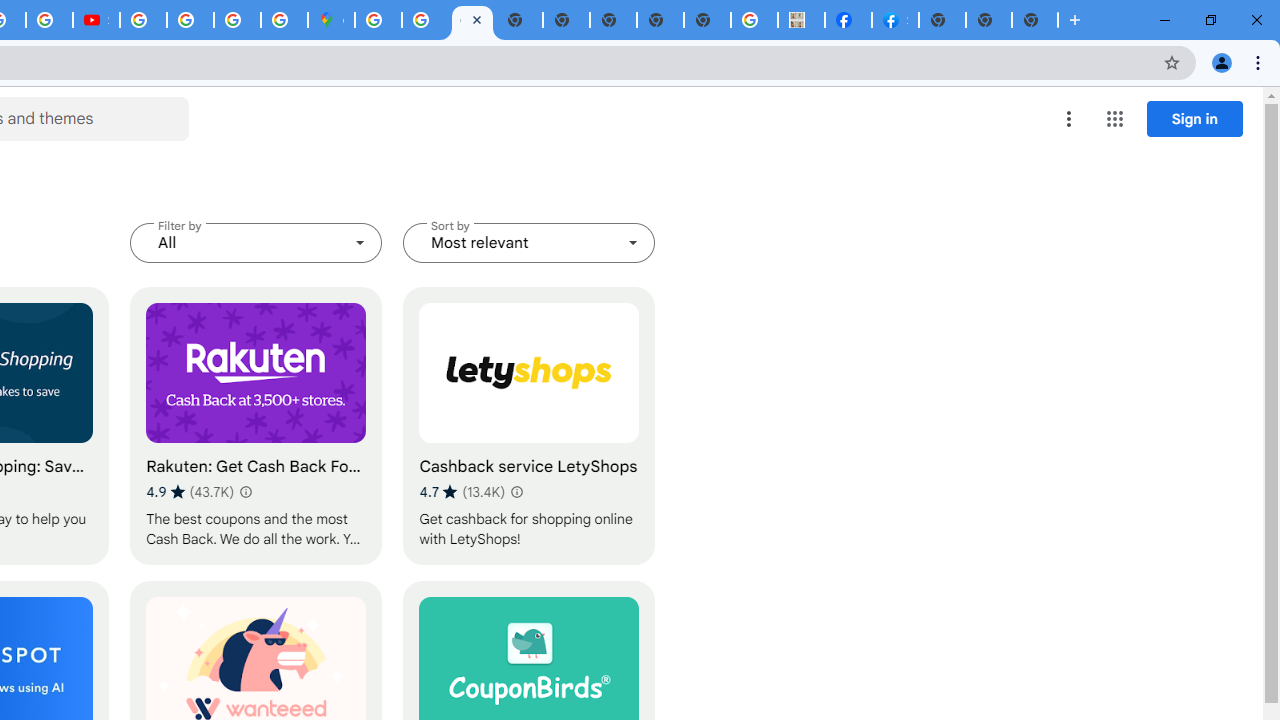 The width and height of the screenshot is (1280, 720). I want to click on 'Average rating 4.9 out of 5 stars. 43.7K ratings.', so click(190, 491).